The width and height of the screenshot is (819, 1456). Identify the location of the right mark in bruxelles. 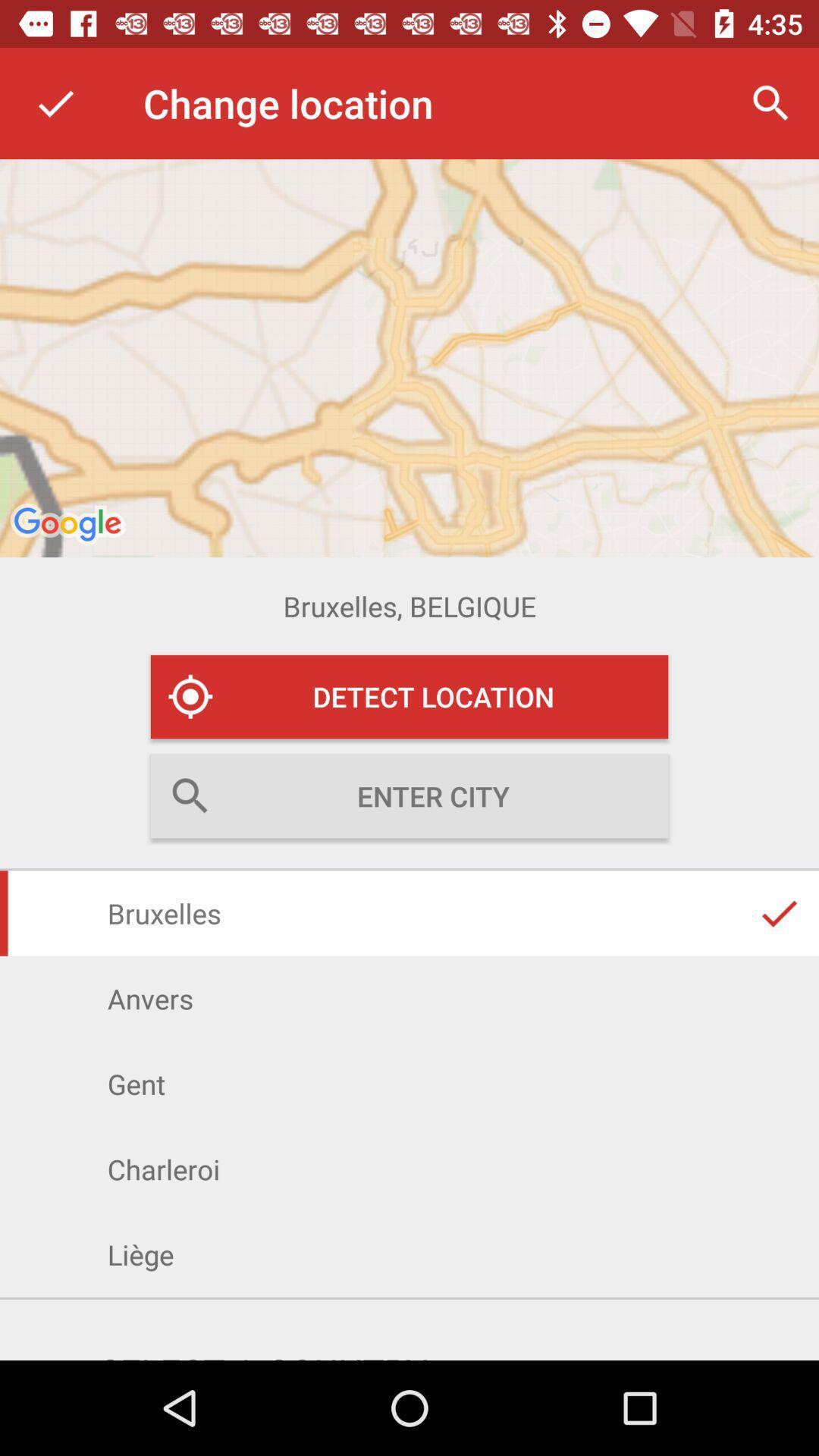
(779, 912).